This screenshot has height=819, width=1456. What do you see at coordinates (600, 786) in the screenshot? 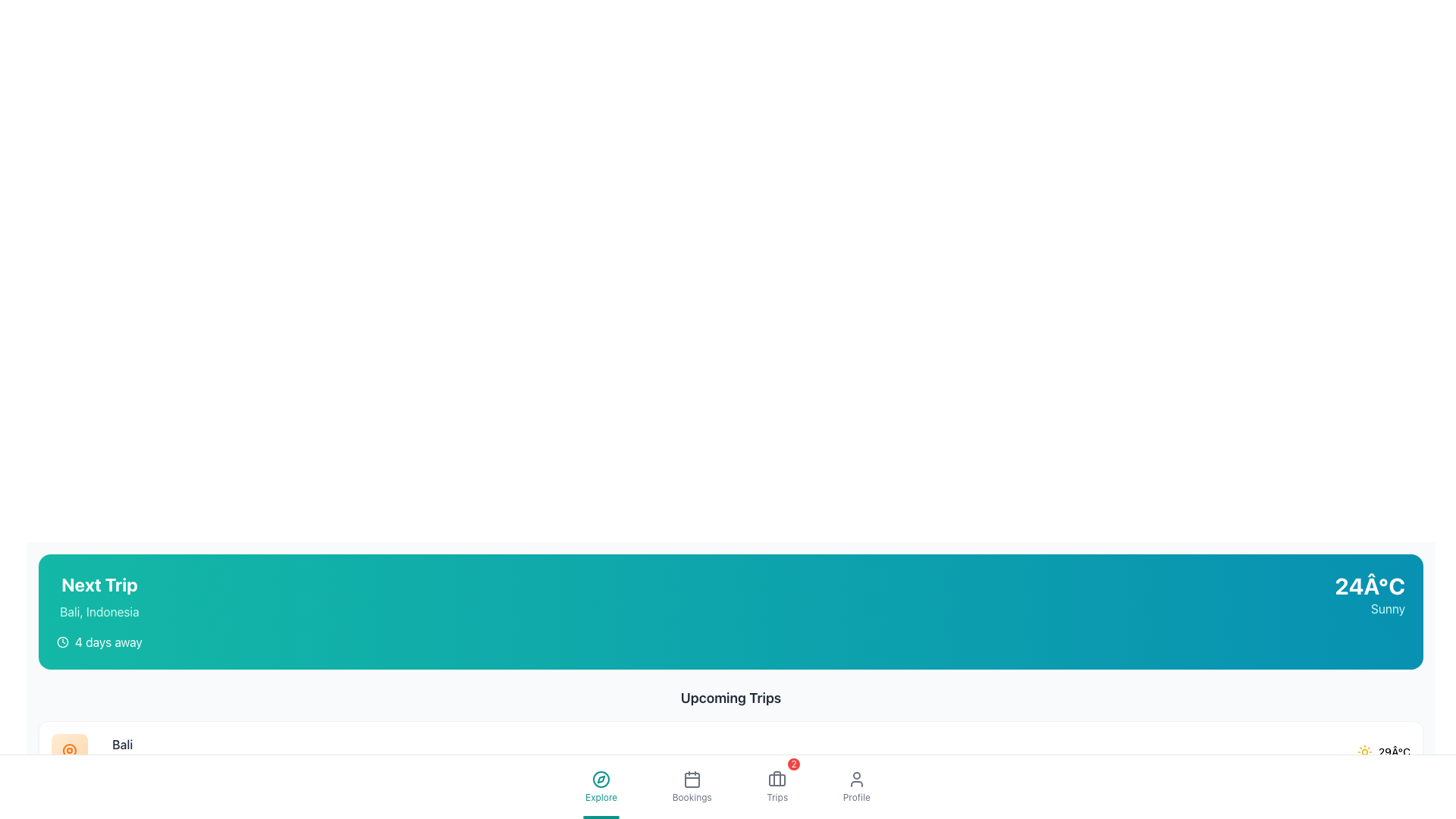
I see `the Interactive Navigation Button located in the bottom navigation bar` at bounding box center [600, 786].